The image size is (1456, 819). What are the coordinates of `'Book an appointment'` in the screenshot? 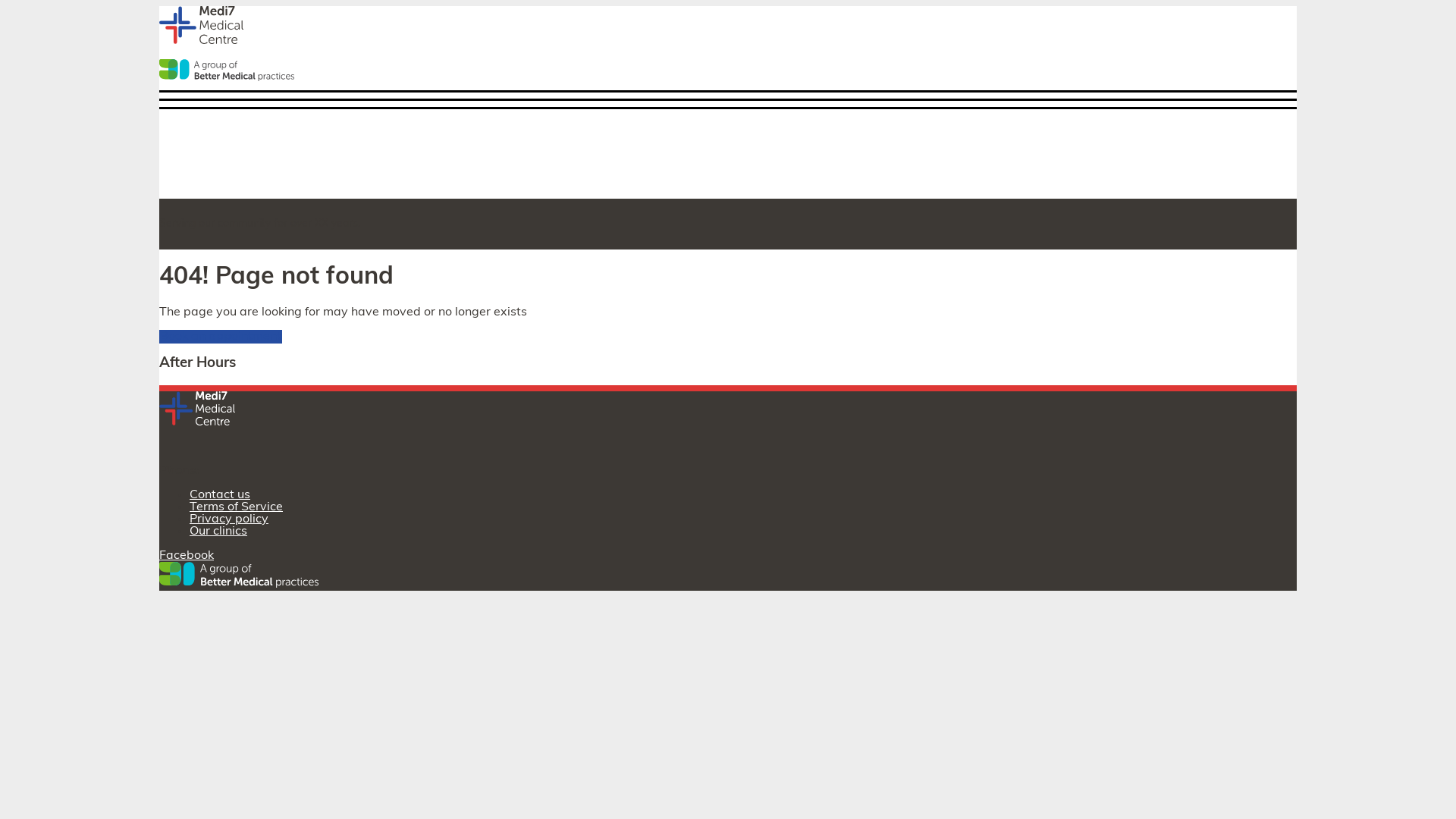 It's located at (159, 335).